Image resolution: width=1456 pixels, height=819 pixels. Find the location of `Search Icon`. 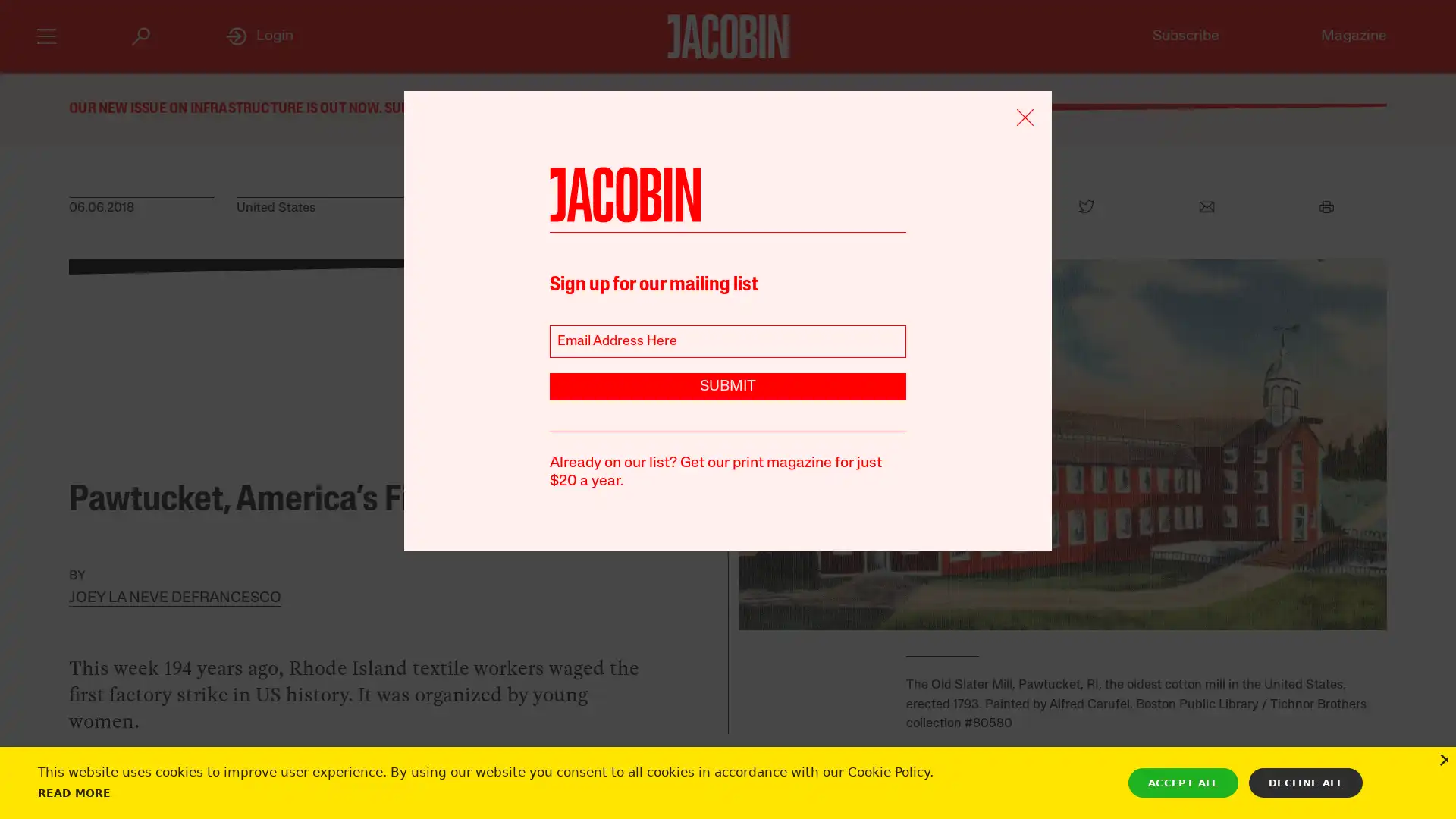

Search Icon is located at coordinates (140, 35).